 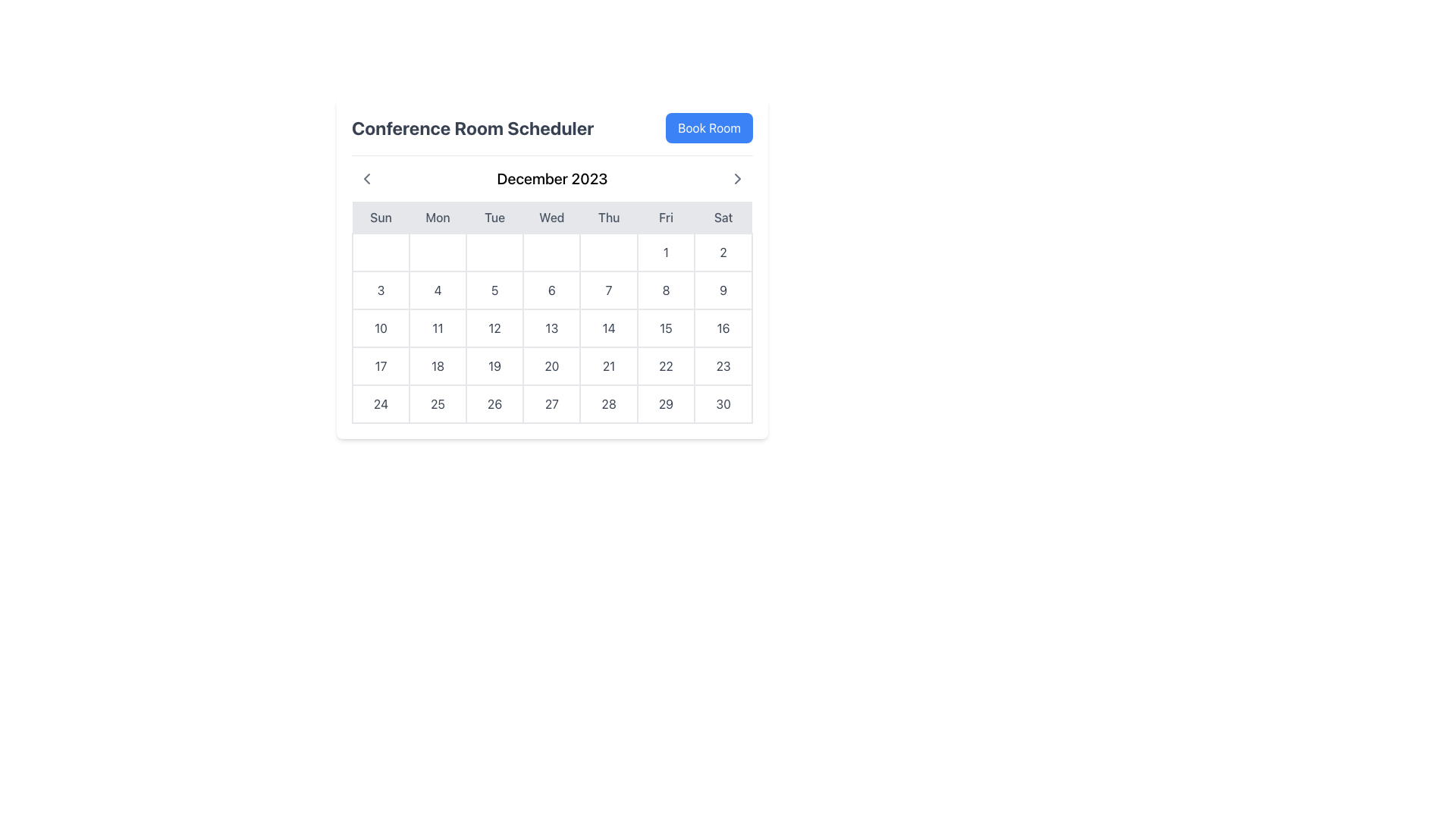 What do you see at coordinates (609, 327) in the screenshot?
I see `the calendar day button representing the date '14' located in the second row, fifth column under the Thursday header` at bounding box center [609, 327].